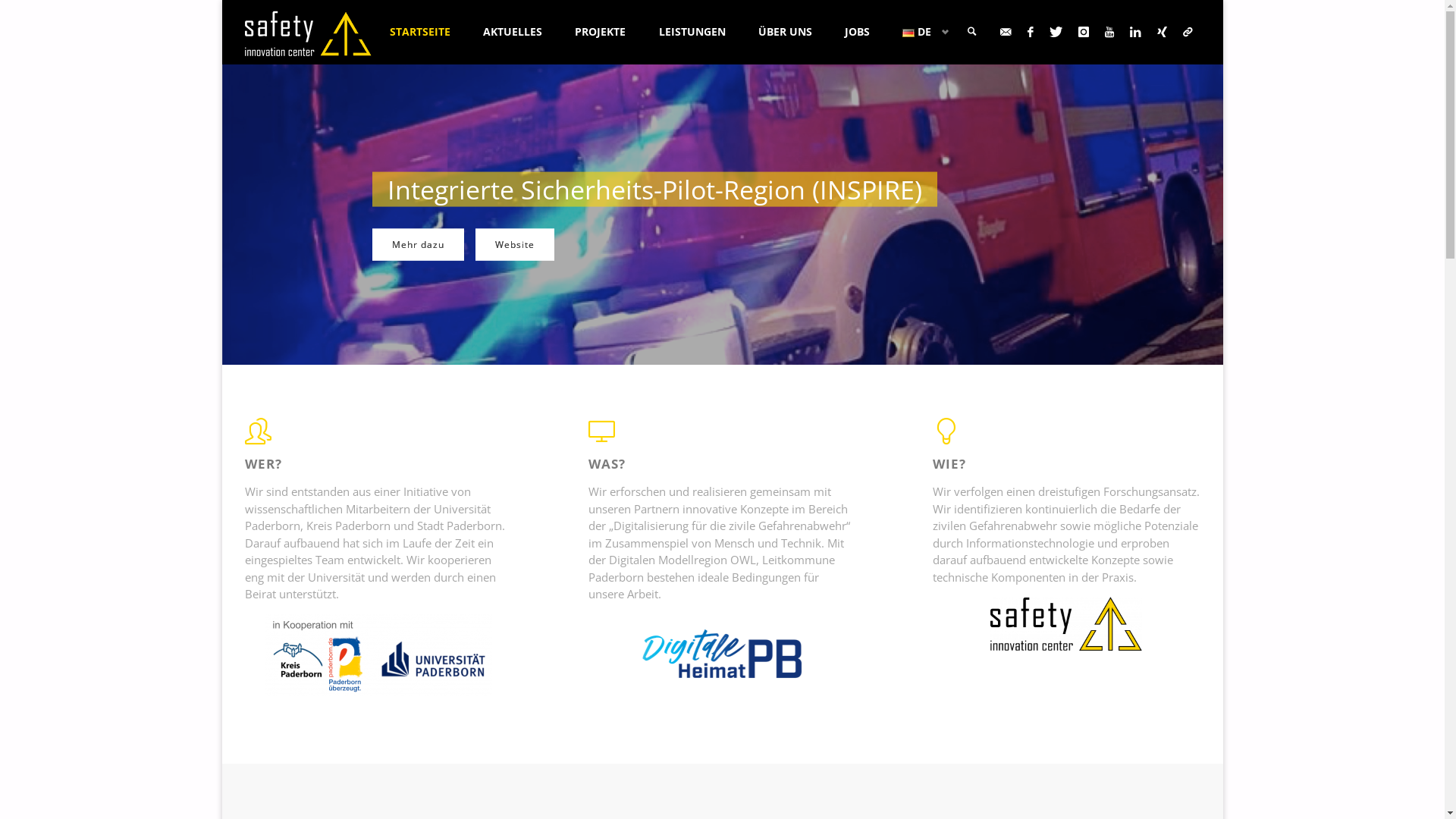  Describe the element at coordinates (1083, 32) in the screenshot. I see `'Instagram'` at that location.